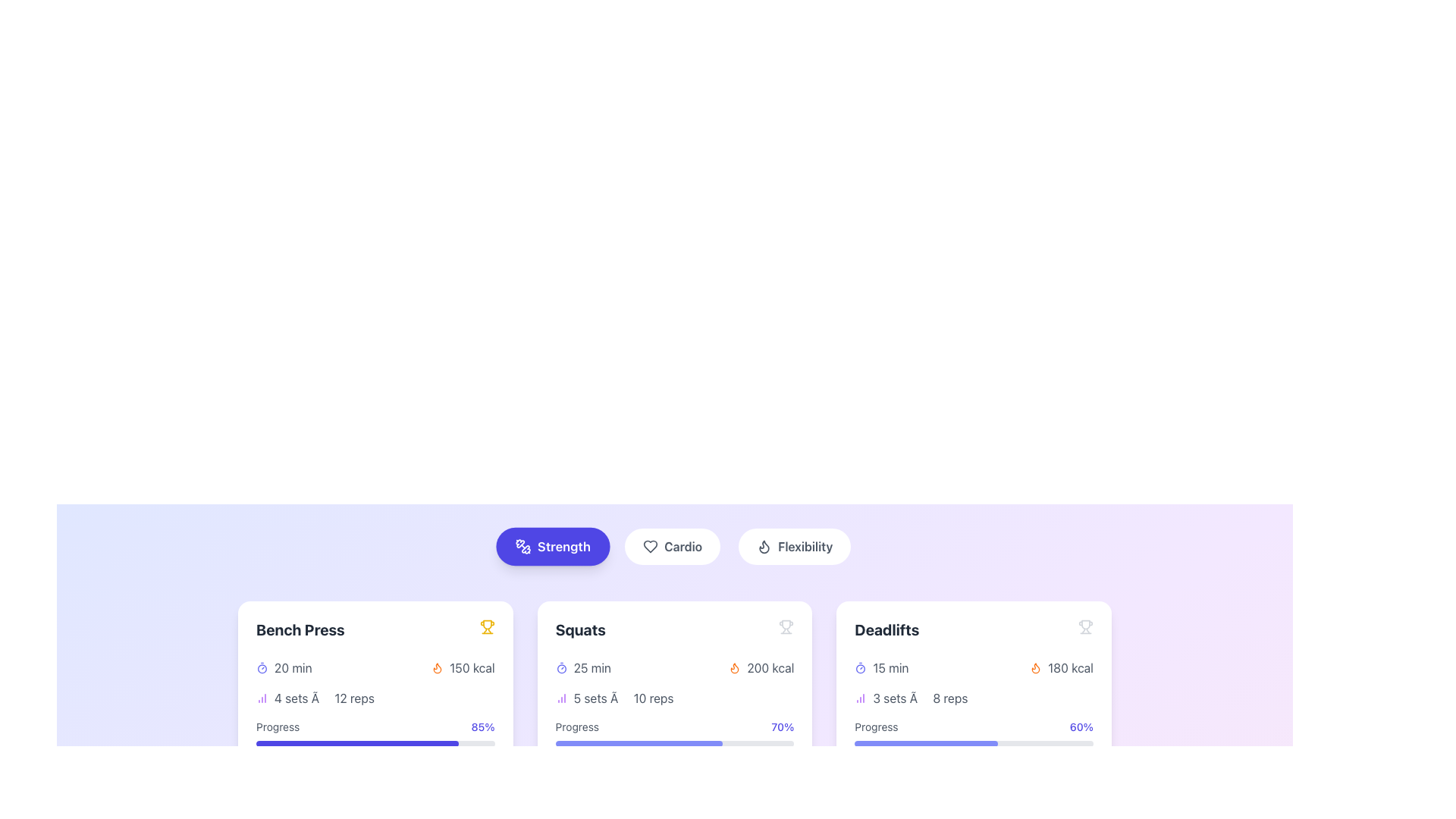 The width and height of the screenshot is (1456, 819). What do you see at coordinates (1061, 667) in the screenshot?
I see `the informational label displaying caloric expenditure for the 'Deadlifts' activity, located in the rightmost card, near the top-right corner, next to the '15 min' text` at bounding box center [1061, 667].